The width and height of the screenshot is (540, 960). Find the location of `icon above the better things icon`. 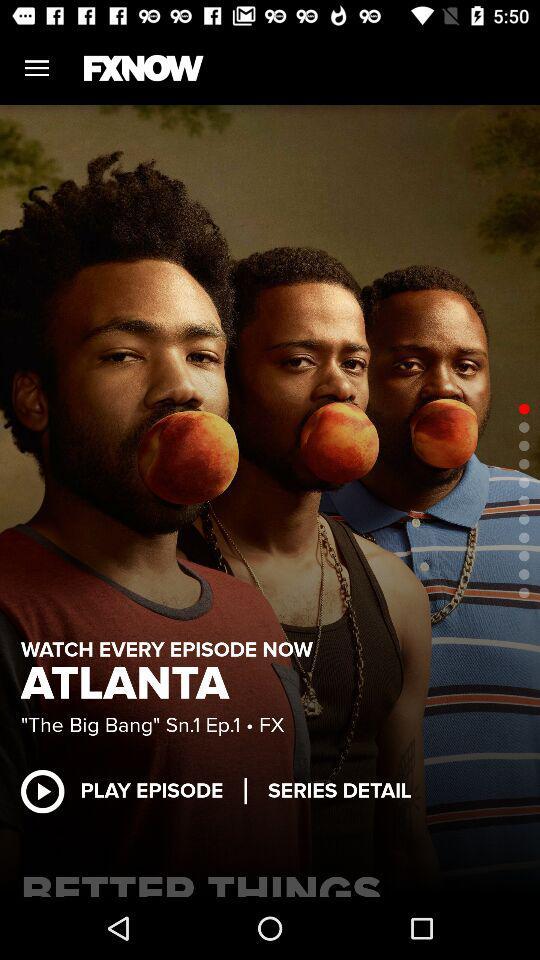

icon above the better things icon is located at coordinates (132, 791).